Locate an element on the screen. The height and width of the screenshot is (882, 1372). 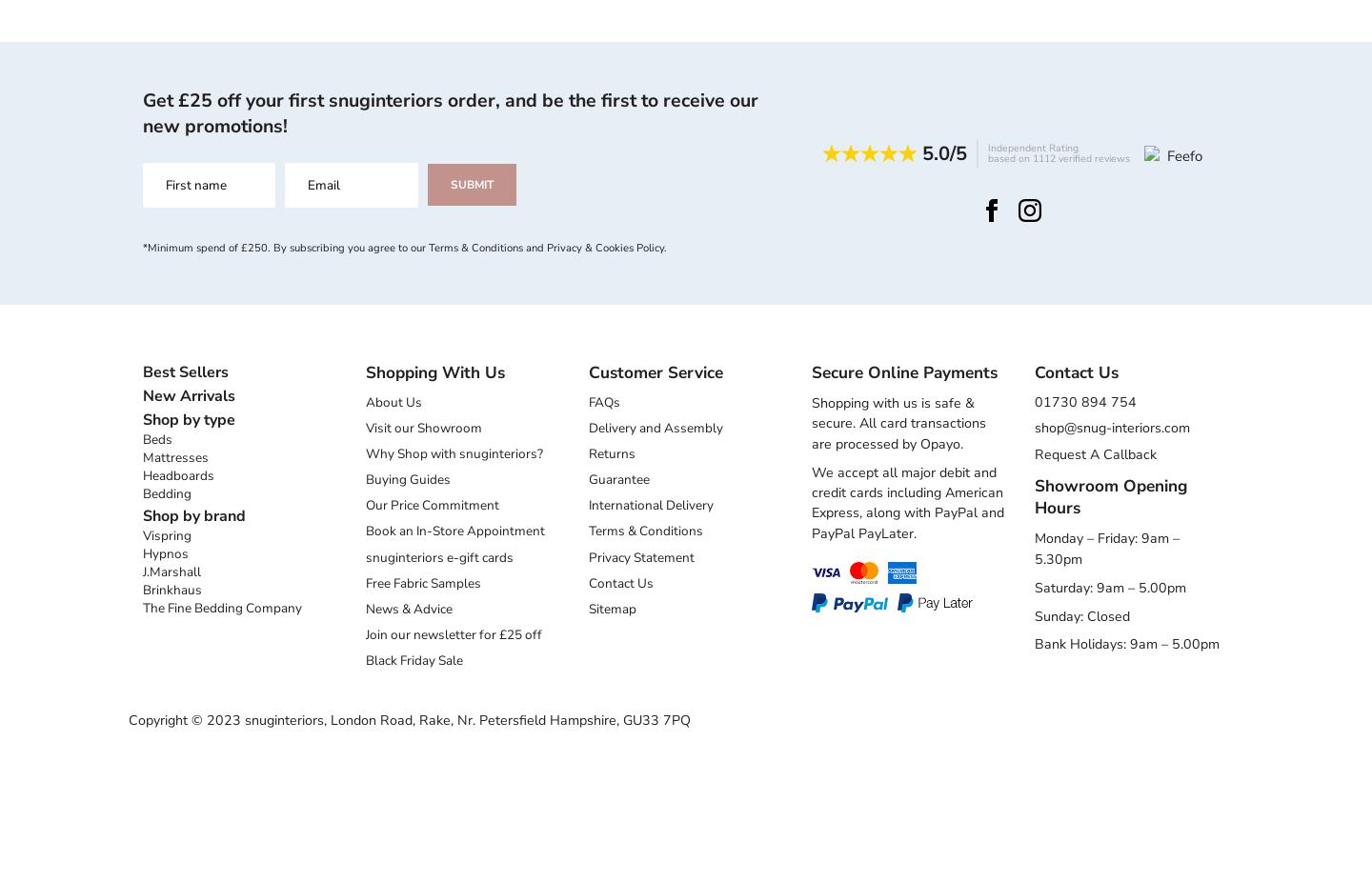
'01730 894 754' is located at coordinates (1084, 401).